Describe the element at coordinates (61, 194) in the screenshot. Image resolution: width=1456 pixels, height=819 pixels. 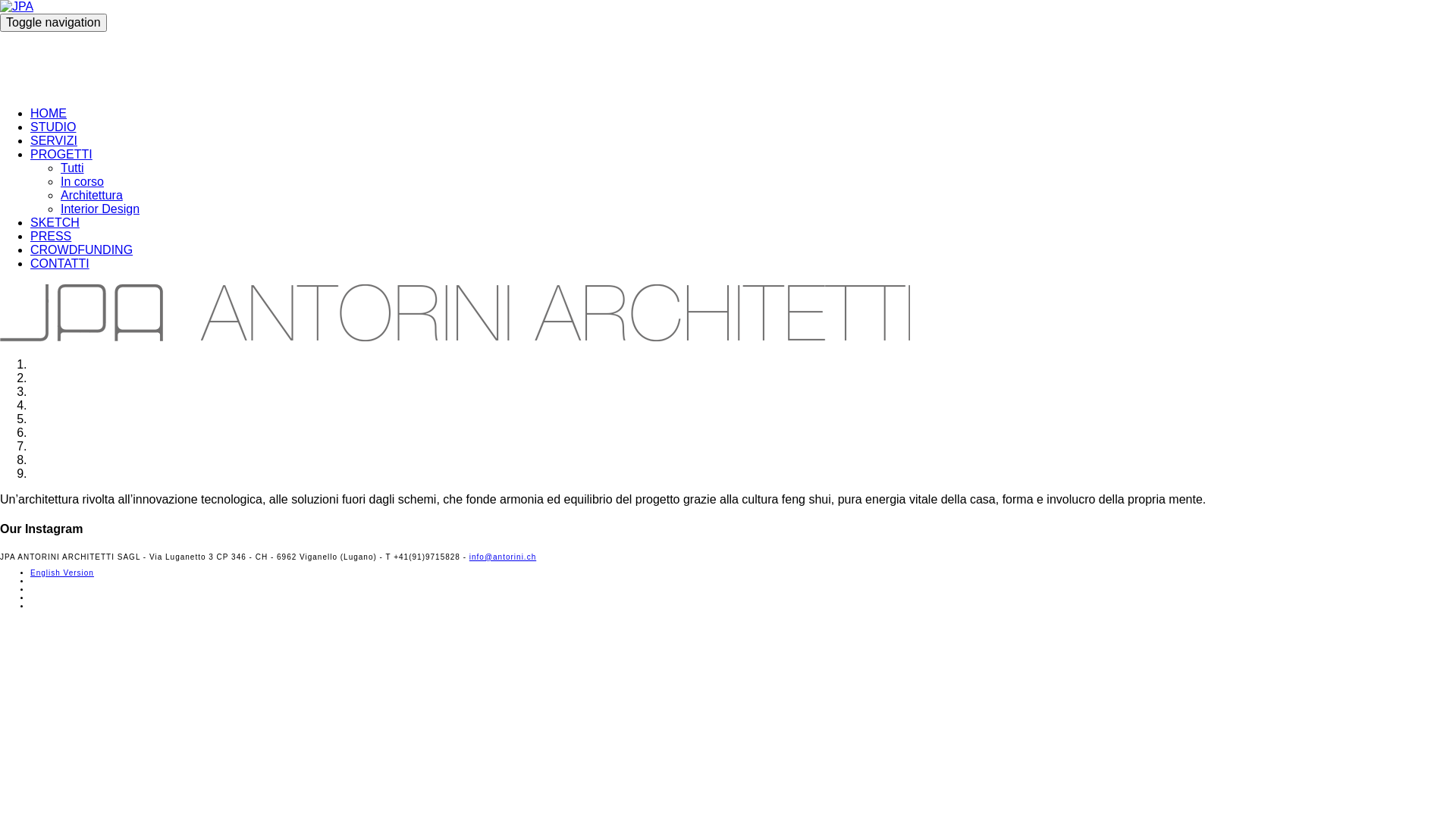
I see `'Architettura'` at that location.